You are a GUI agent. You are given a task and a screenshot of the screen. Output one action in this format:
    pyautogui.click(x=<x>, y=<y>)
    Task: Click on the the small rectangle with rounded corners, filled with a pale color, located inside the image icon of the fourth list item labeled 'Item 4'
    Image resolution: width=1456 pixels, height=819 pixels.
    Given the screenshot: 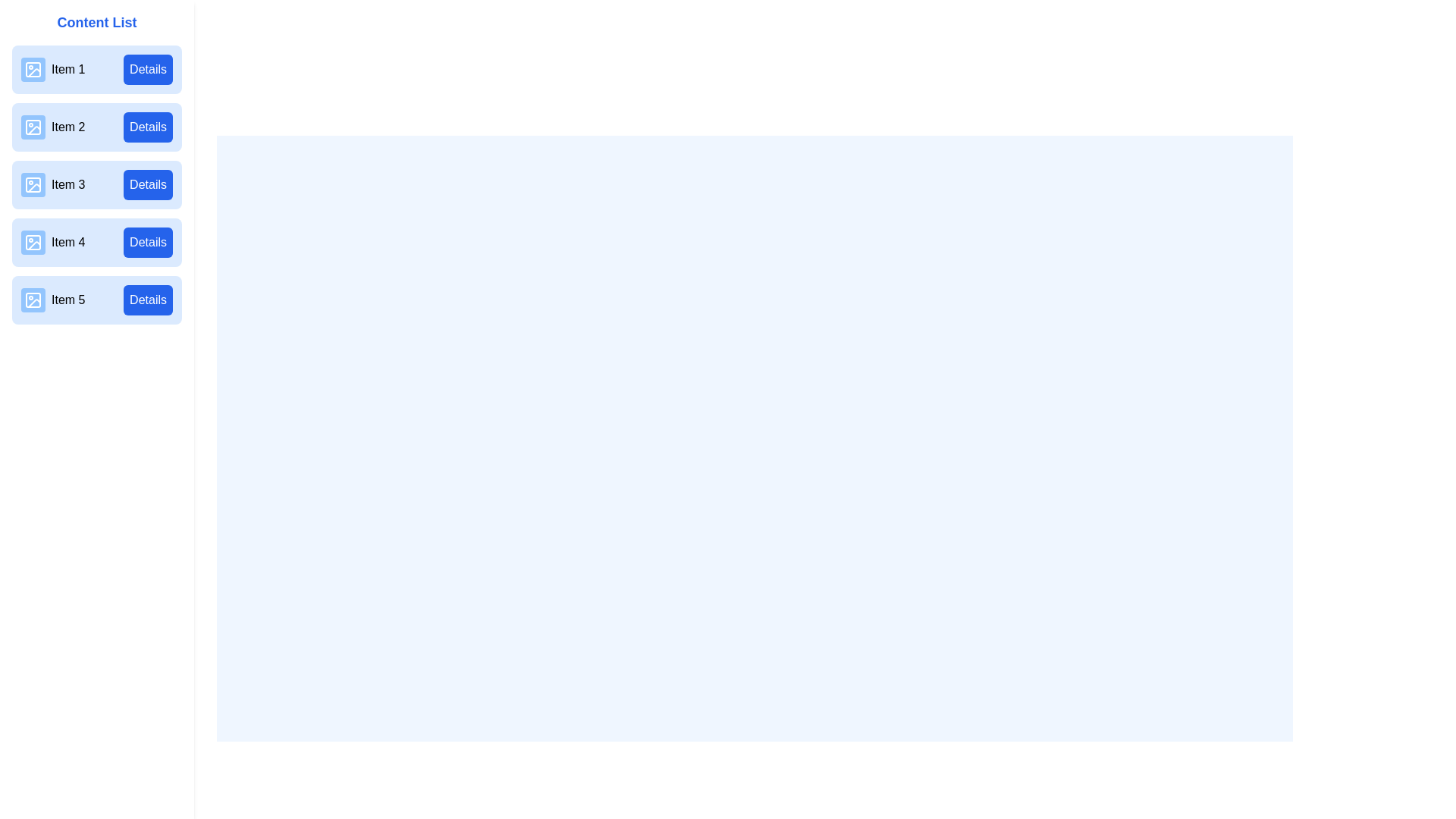 What is the action you would take?
    pyautogui.click(x=33, y=242)
    